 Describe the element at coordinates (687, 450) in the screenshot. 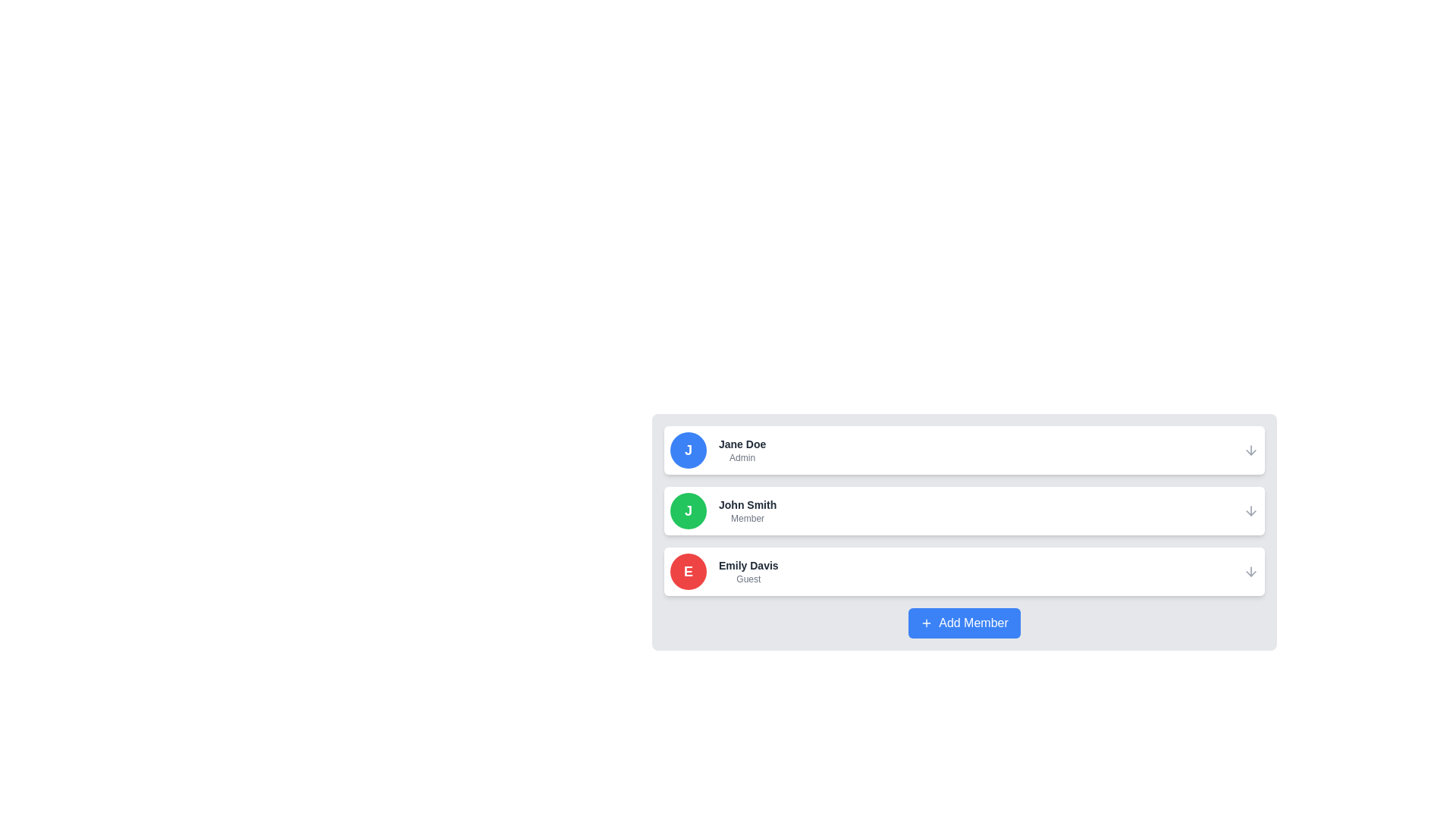

I see `the Avatar element located on the left side of the first row in the user information cards, which visually represents the user 'Jane Doe' who has the role 'Admin'` at that location.